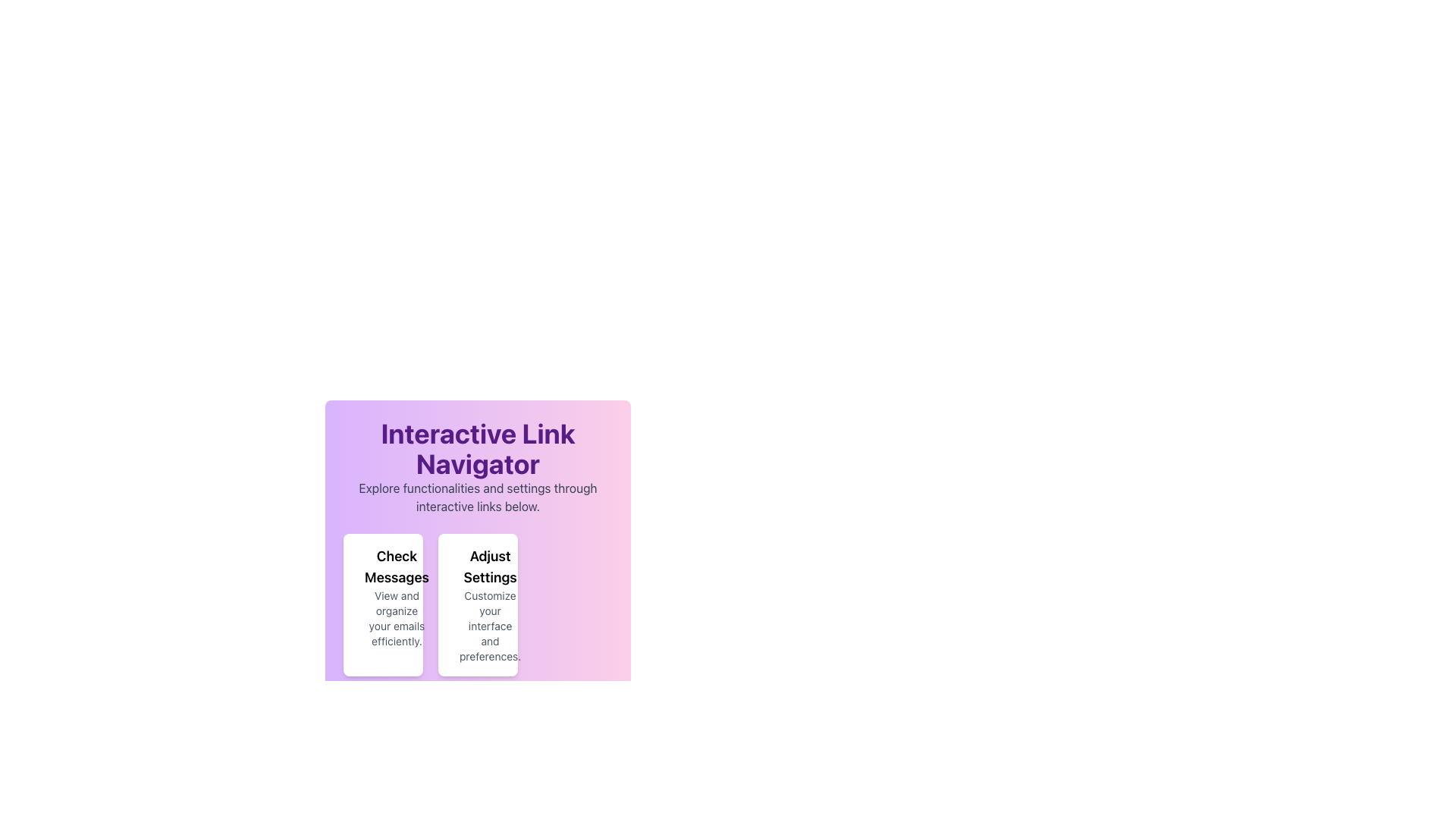 The width and height of the screenshot is (1456, 819). What do you see at coordinates (477, 604) in the screenshot?
I see `the Information Panel titled 'Adjust Settings'` at bounding box center [477, 604].